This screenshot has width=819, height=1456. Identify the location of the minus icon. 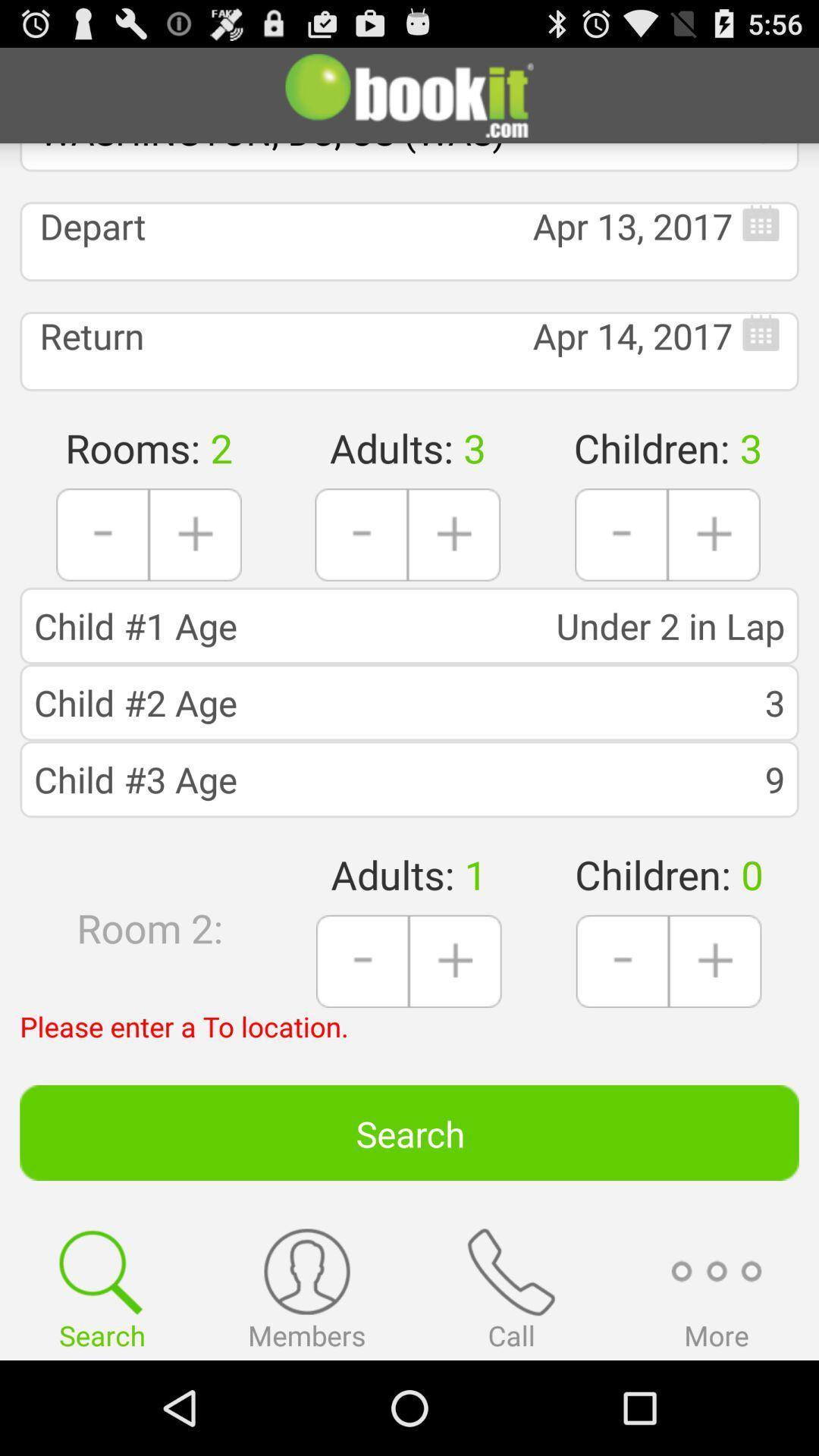
(621, 571).